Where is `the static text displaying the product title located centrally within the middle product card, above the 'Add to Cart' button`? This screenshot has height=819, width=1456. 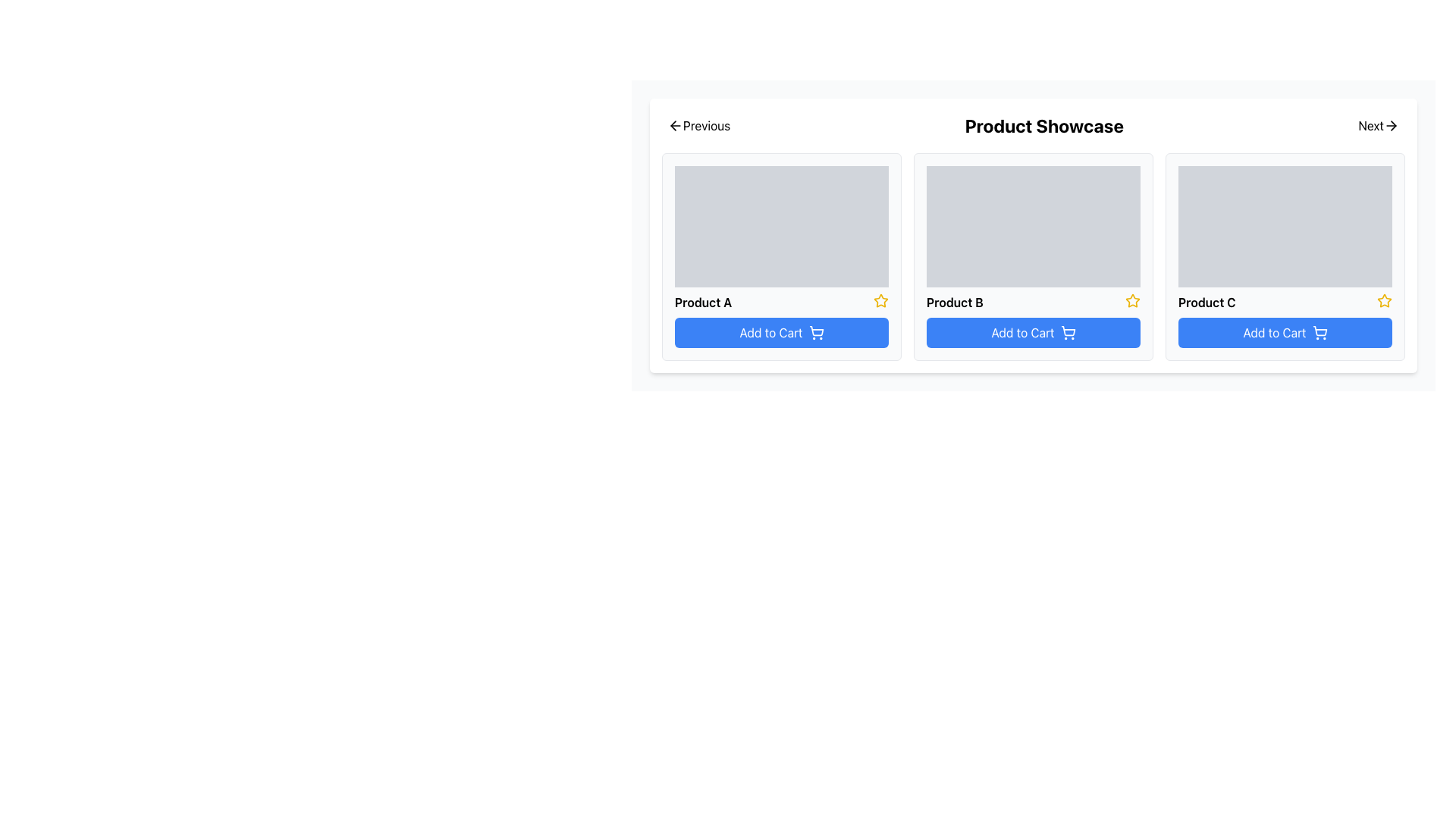 the static text displaying the product title located centrally within the middle product card, above the 'Add to Cart' button is located at coordinates (954, 302).